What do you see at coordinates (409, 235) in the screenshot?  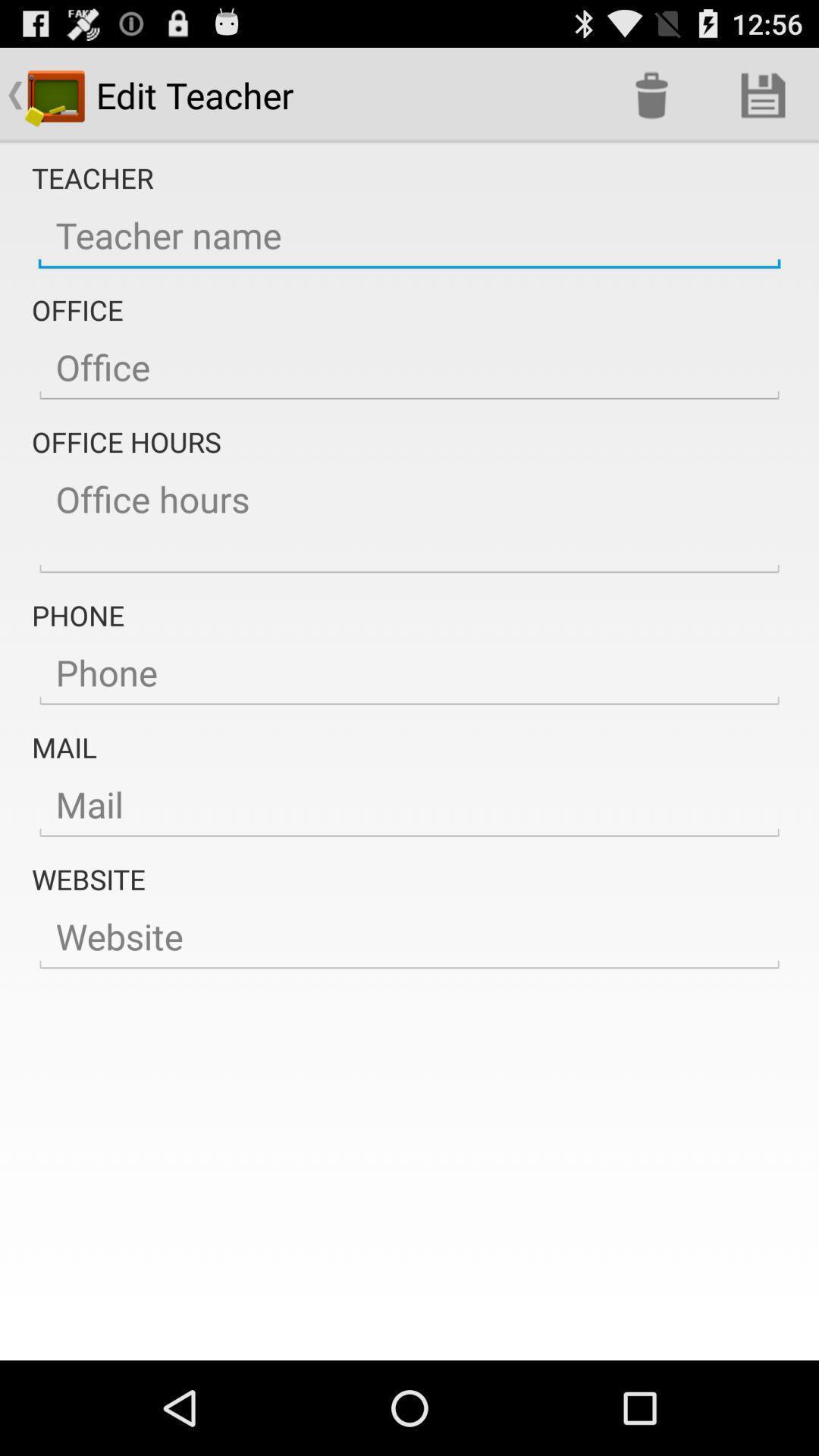 I see `name` at bounding box center [409, 235].